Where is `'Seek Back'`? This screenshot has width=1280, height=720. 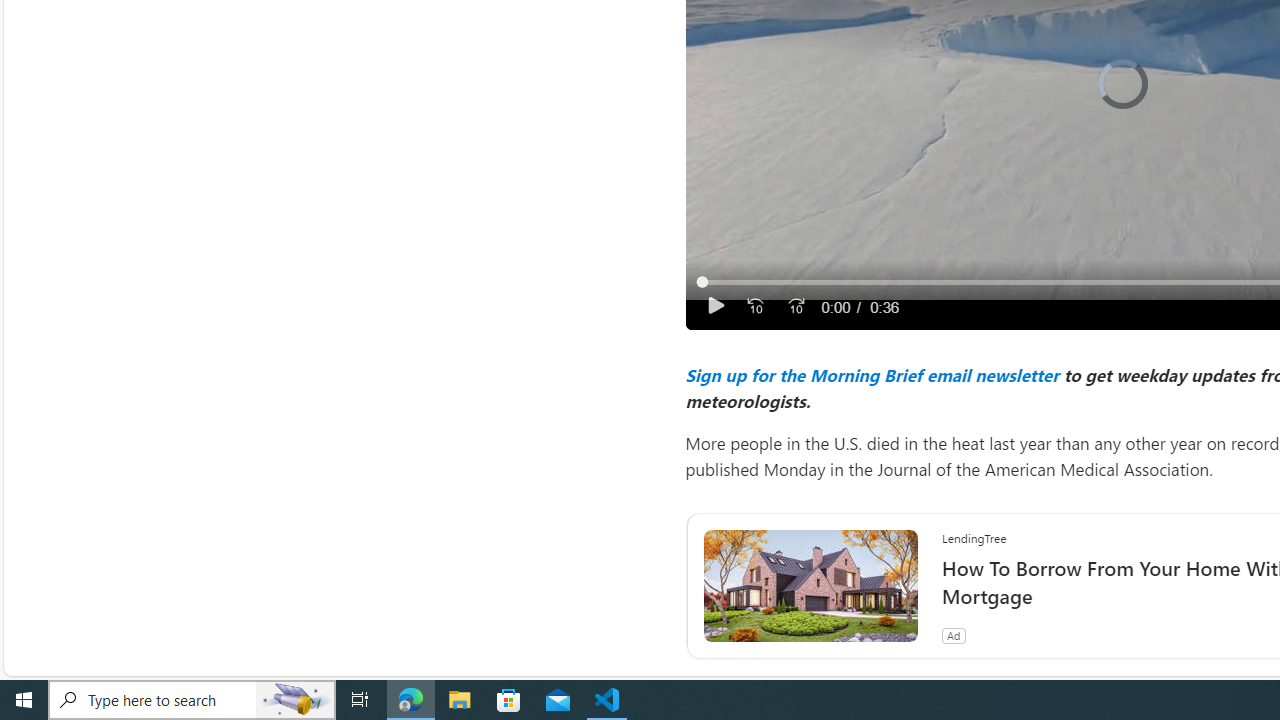 'Seek Back' is located at coordinates (754, 306).